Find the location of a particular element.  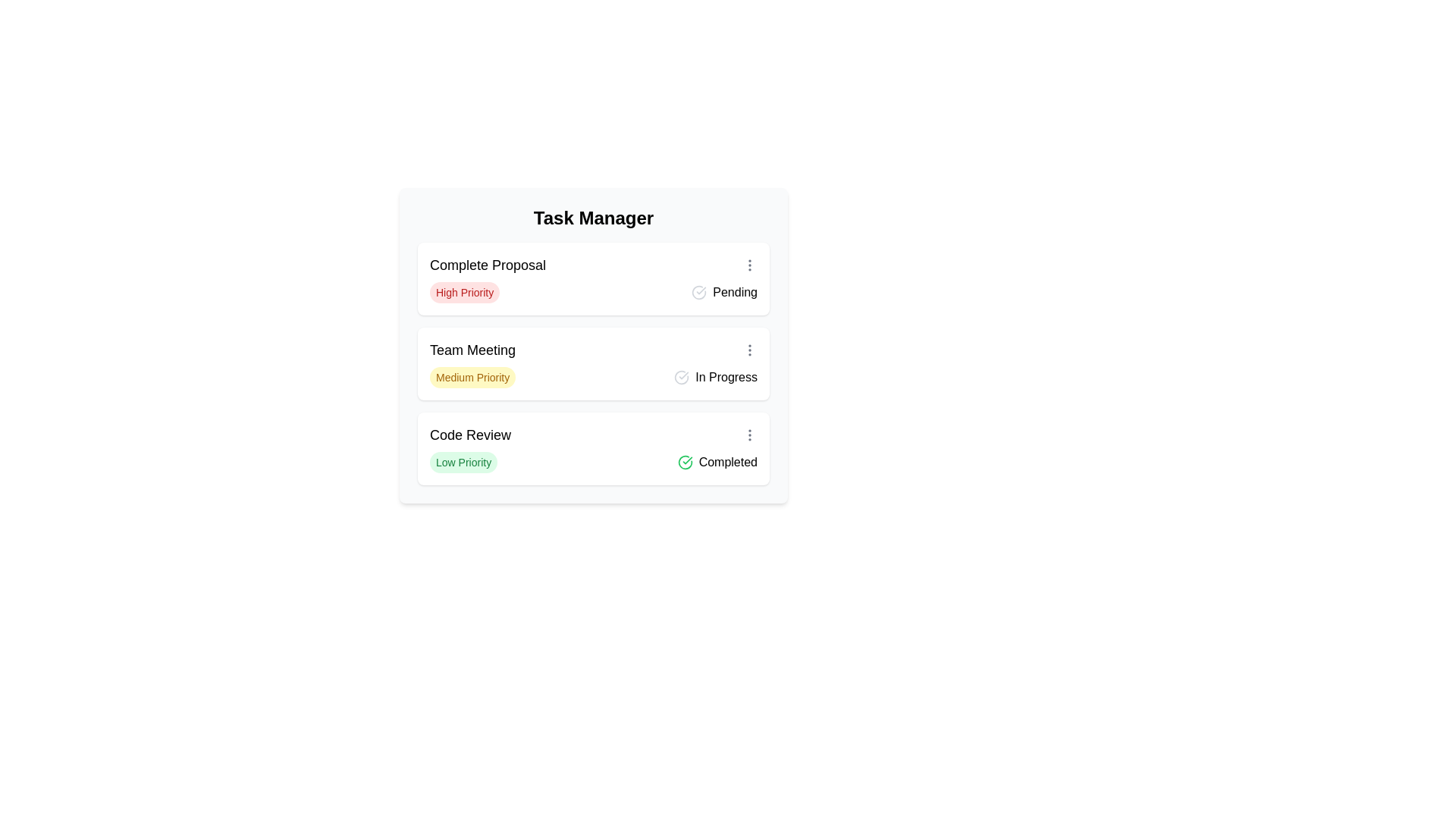

the vertical ellipsis options button located at the rightmost section of the 'Code Review' row beside the text 'Completed' is located at coordinates (749, 435).